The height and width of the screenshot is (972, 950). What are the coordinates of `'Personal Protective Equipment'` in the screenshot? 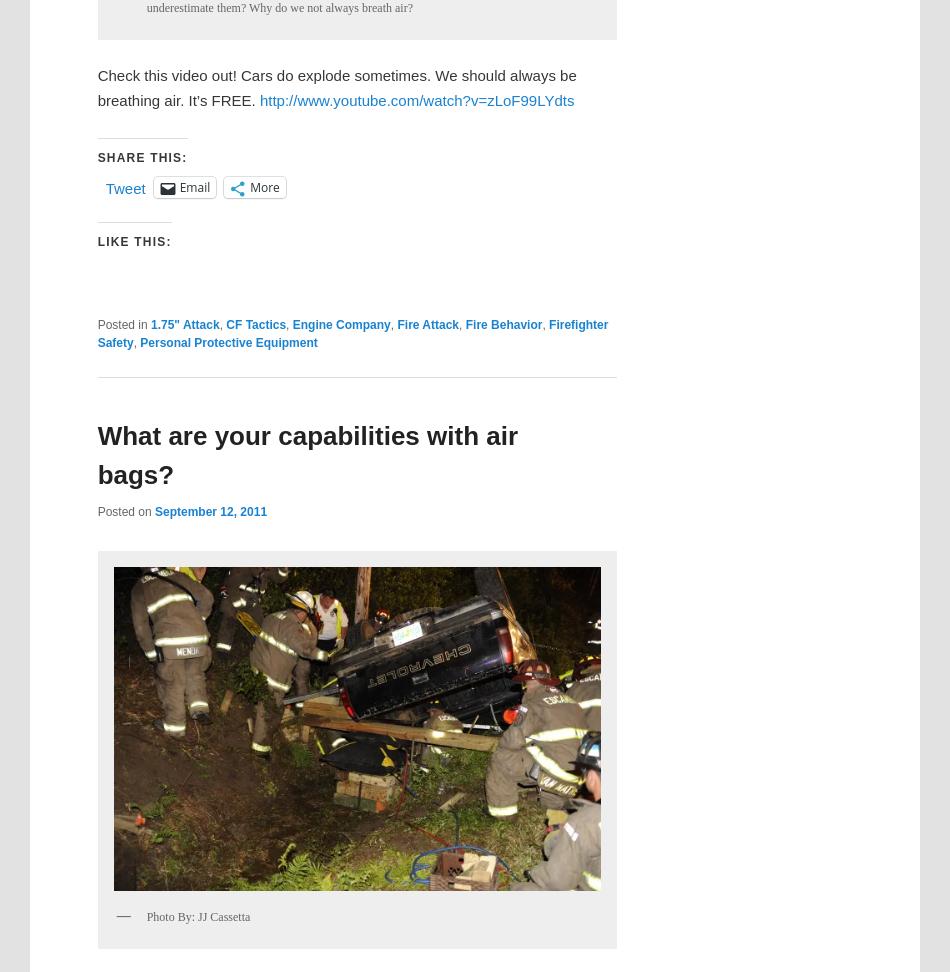 It's located at (140, 342).